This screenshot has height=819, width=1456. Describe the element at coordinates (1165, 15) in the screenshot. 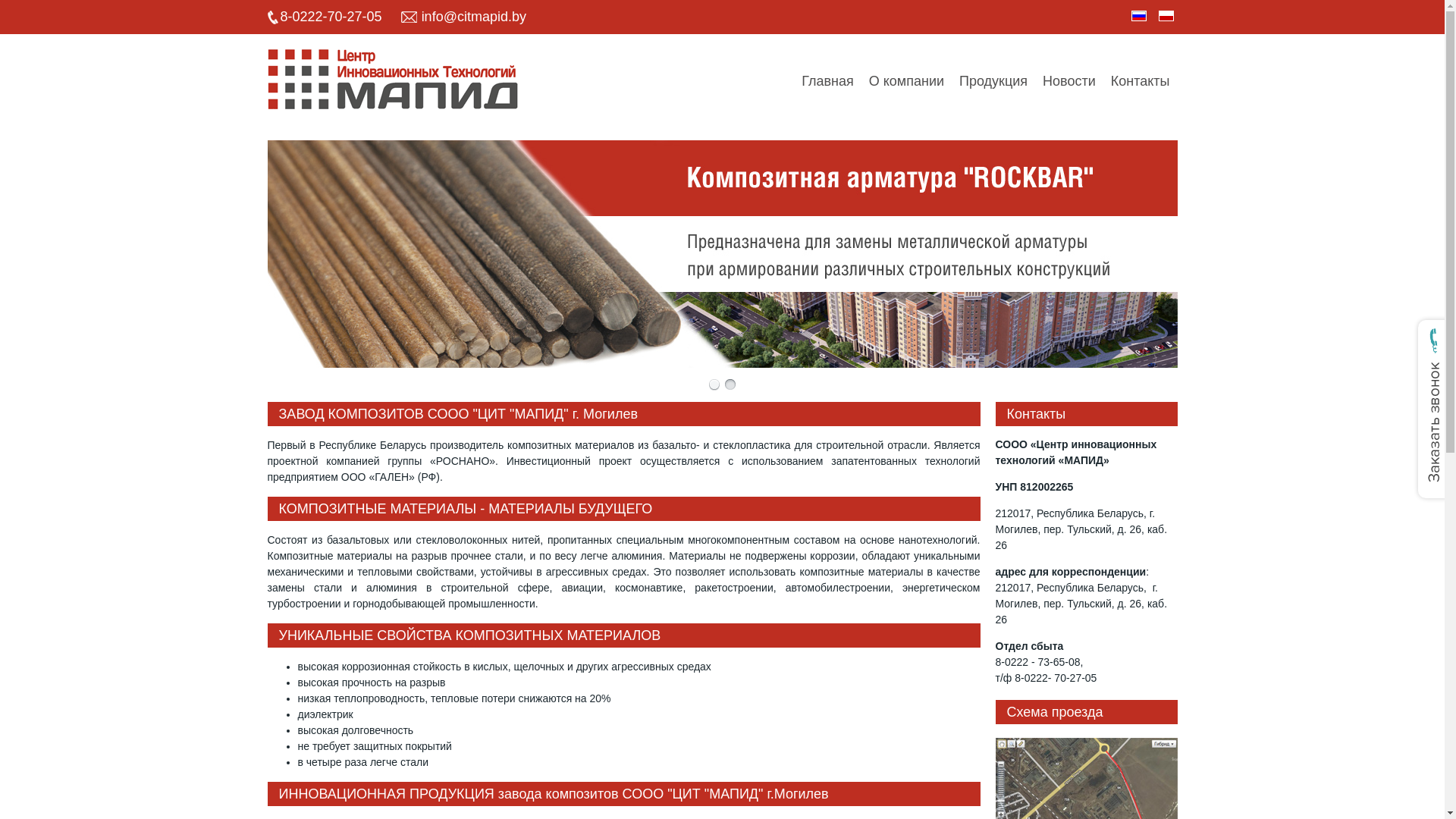

I see `'Polish'` at that location.